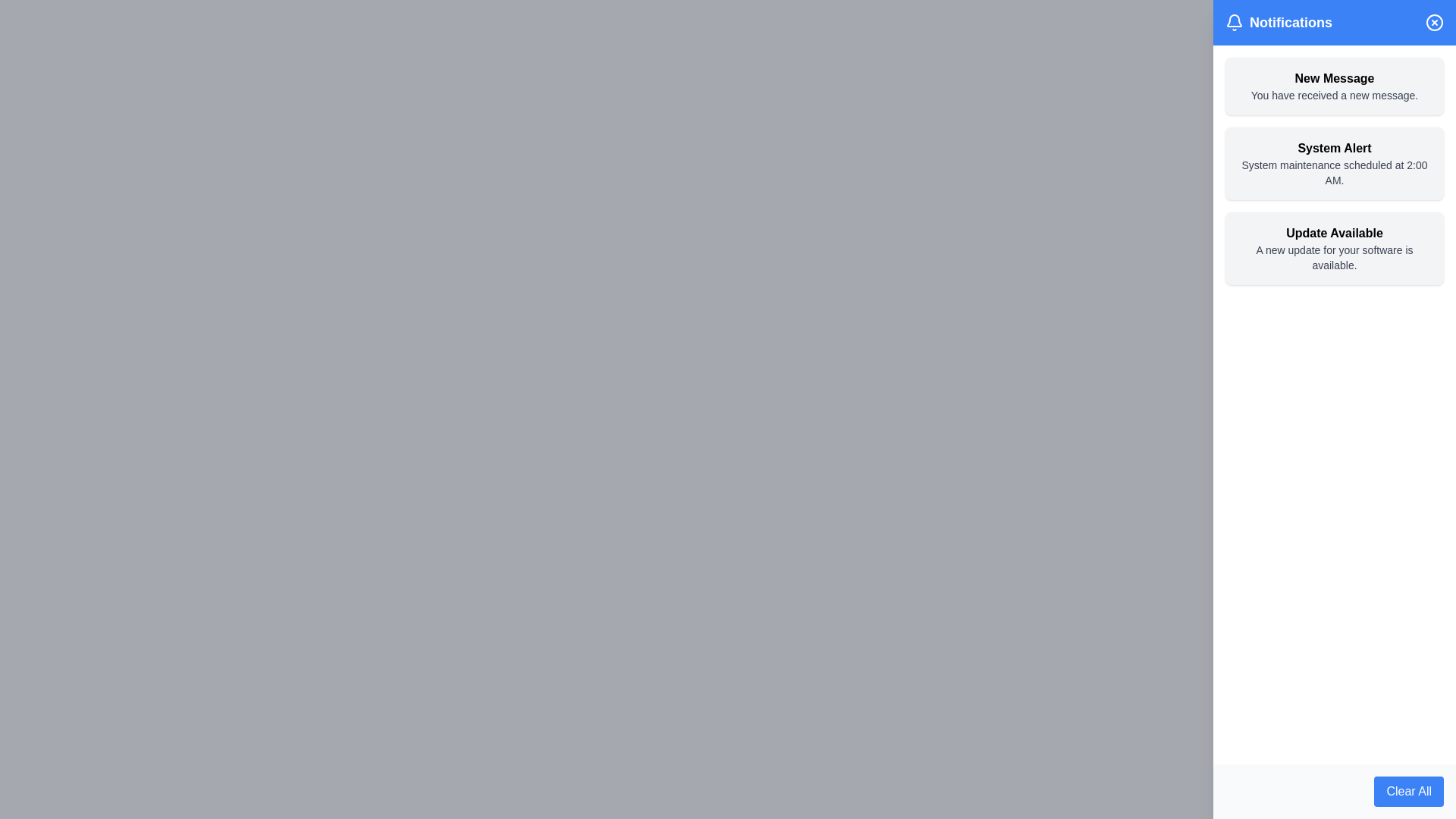 This screenshot has height=819, width=1456. What do you see at coordinates (1278, 23) in the screenshot?
I see `text 'Notifications' from the Label displaying it in bold font with a bell icon on the left, located at the top of the blue header bar` at bounding box center [1278, 23].